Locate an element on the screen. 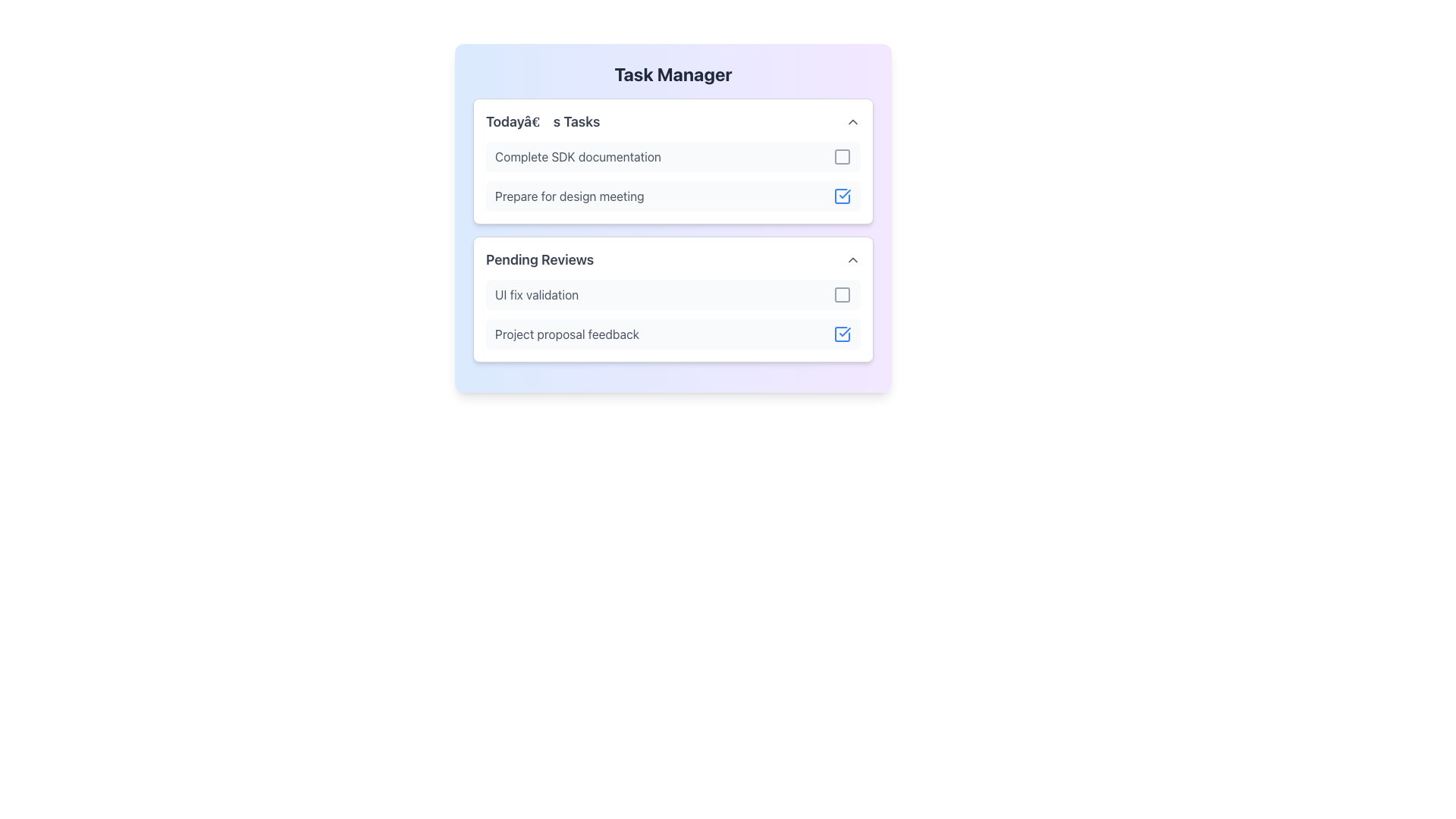 This screenshot has height=819, width=1456. the checkbox for 'Project proposal feedback' located at the far-right side of the 'Pending Reviews' section is located at coordinates (841, 333).